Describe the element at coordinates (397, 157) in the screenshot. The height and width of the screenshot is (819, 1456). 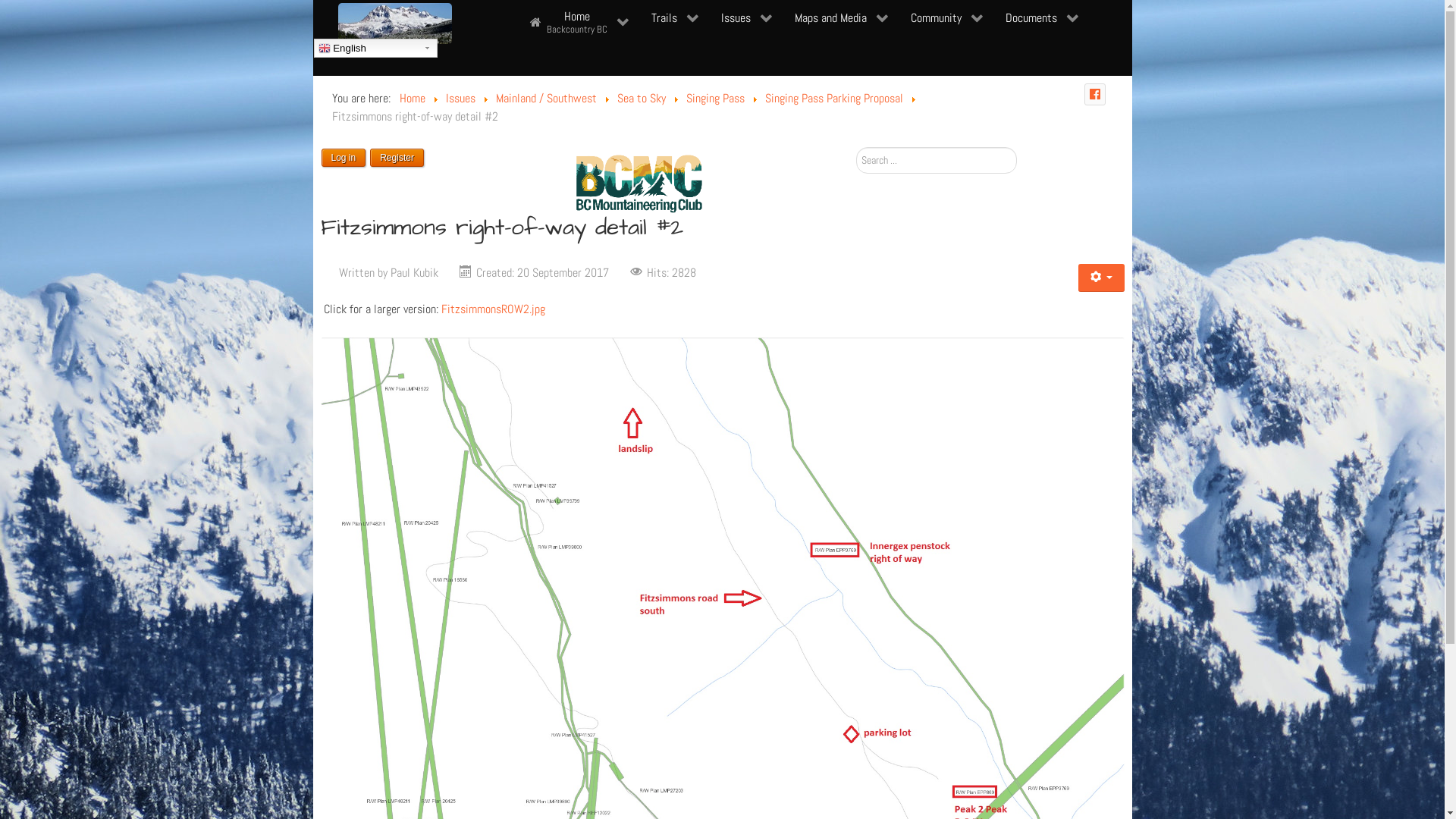
I see `'Register'` at that location.